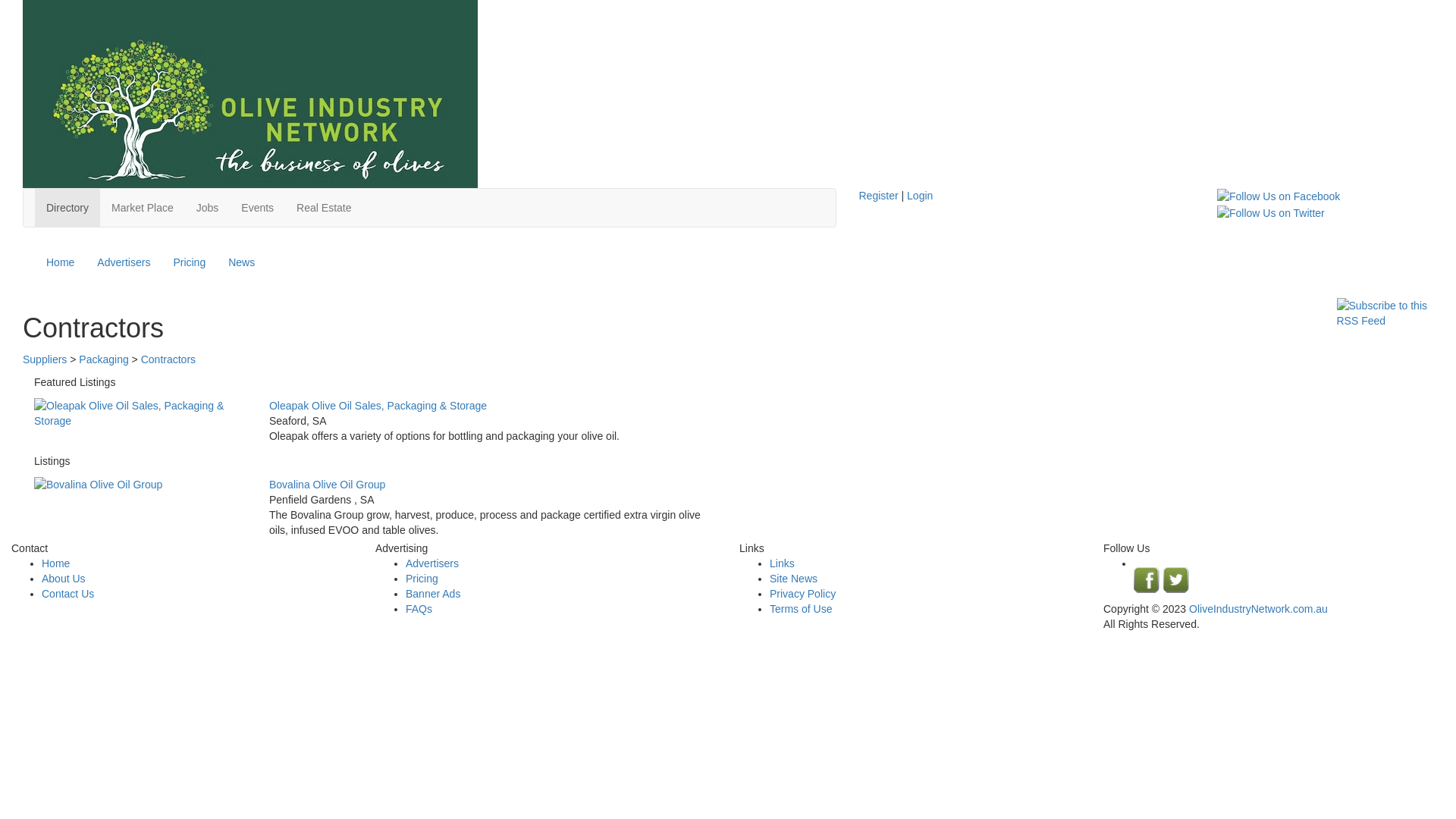 Image resolution: width=1456 pixels, height=819 pixels. I want to click on 'Register', so click(877, 195).